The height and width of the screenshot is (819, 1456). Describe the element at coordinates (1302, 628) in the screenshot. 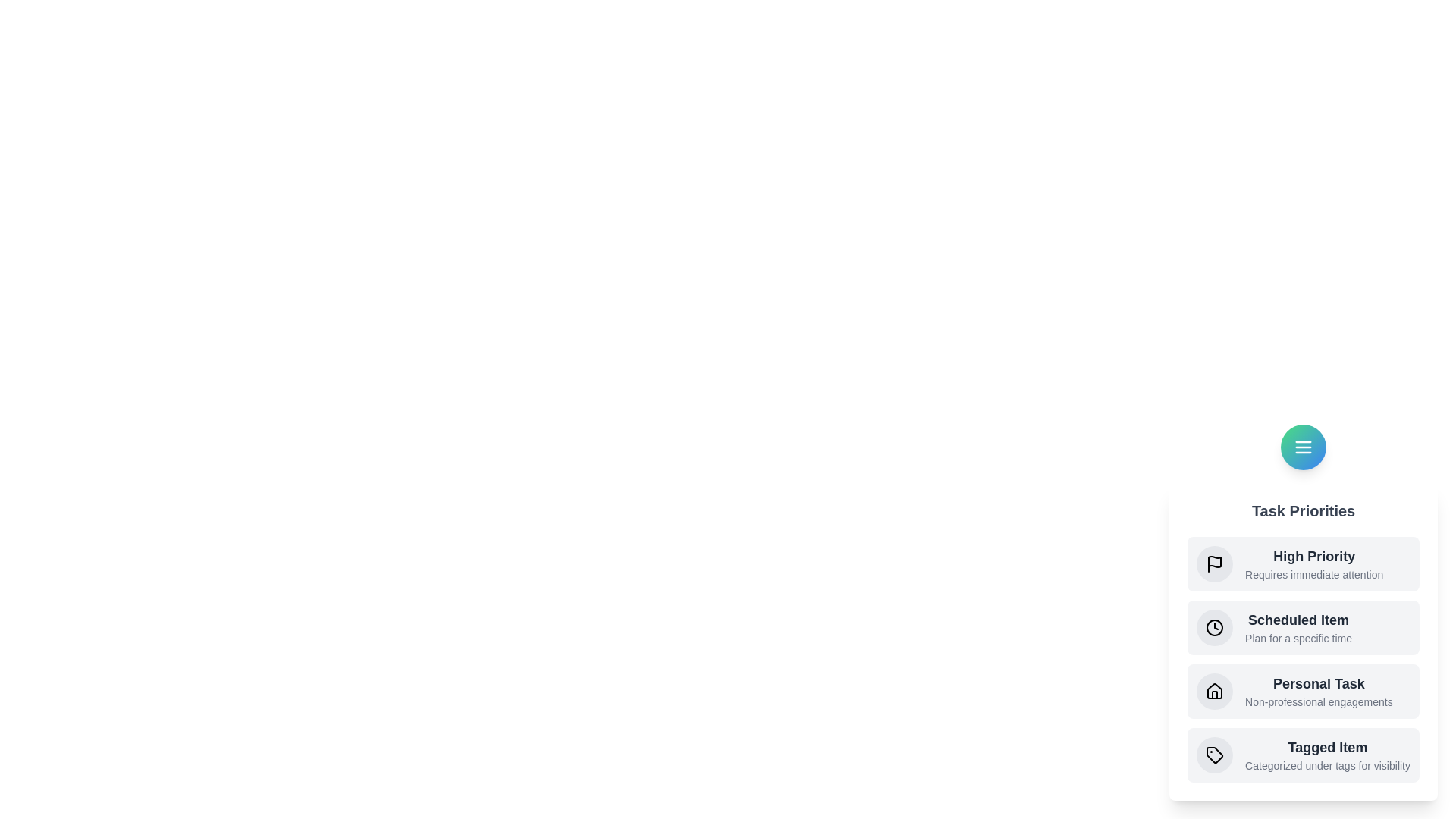

I see `the priority item Scheduled Item to read its description` at that location.